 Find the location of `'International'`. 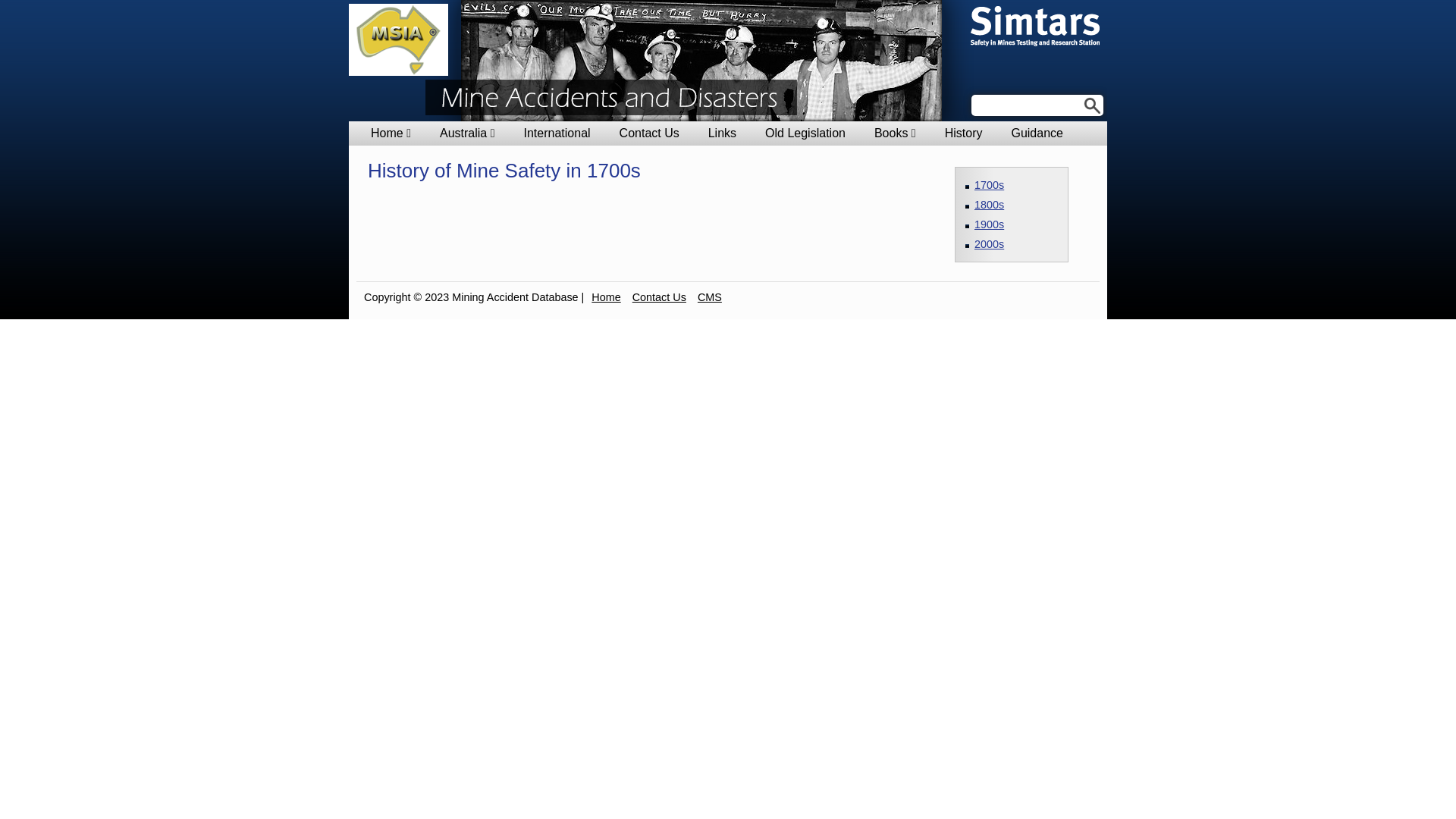

'International' is located at coordinates (556, 133).